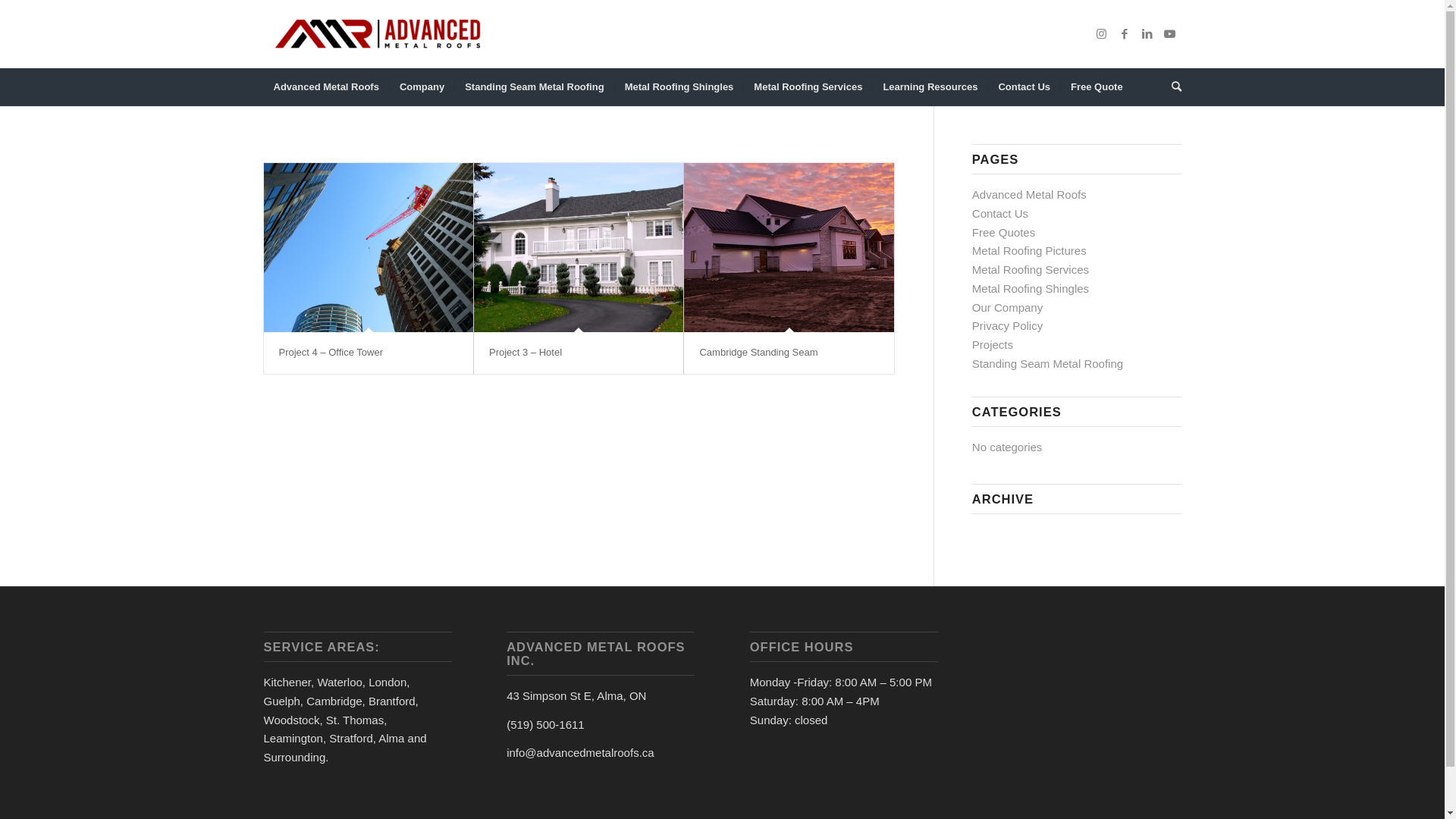 This screenshot has width=1456, height=819. Describe the element at coordinates (325, 87) in the screenshot. I see `'Advanced Metal Roofs'` at that location.